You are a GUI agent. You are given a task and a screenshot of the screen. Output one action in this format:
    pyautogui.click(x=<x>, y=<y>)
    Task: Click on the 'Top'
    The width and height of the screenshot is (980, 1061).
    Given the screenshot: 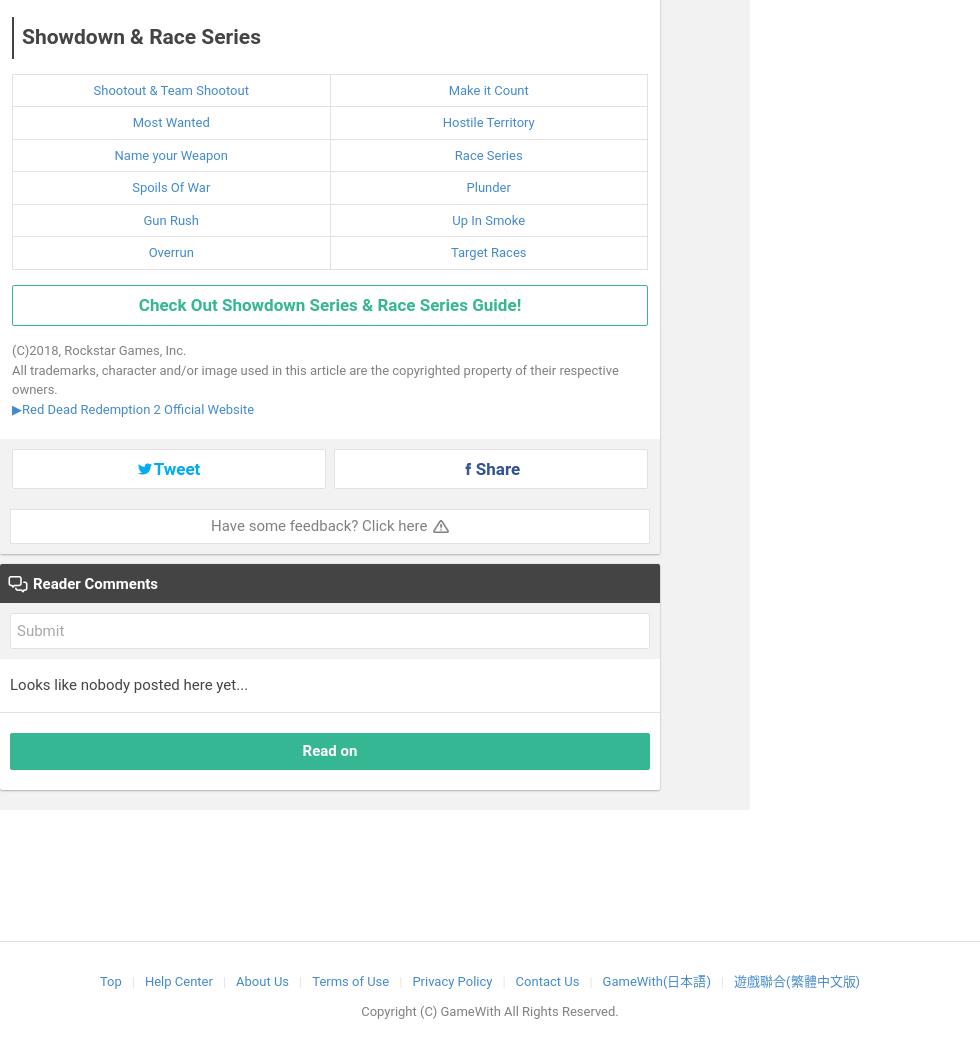 What is the action you would take?
    pyautogui.click(x=109, y=979)
    